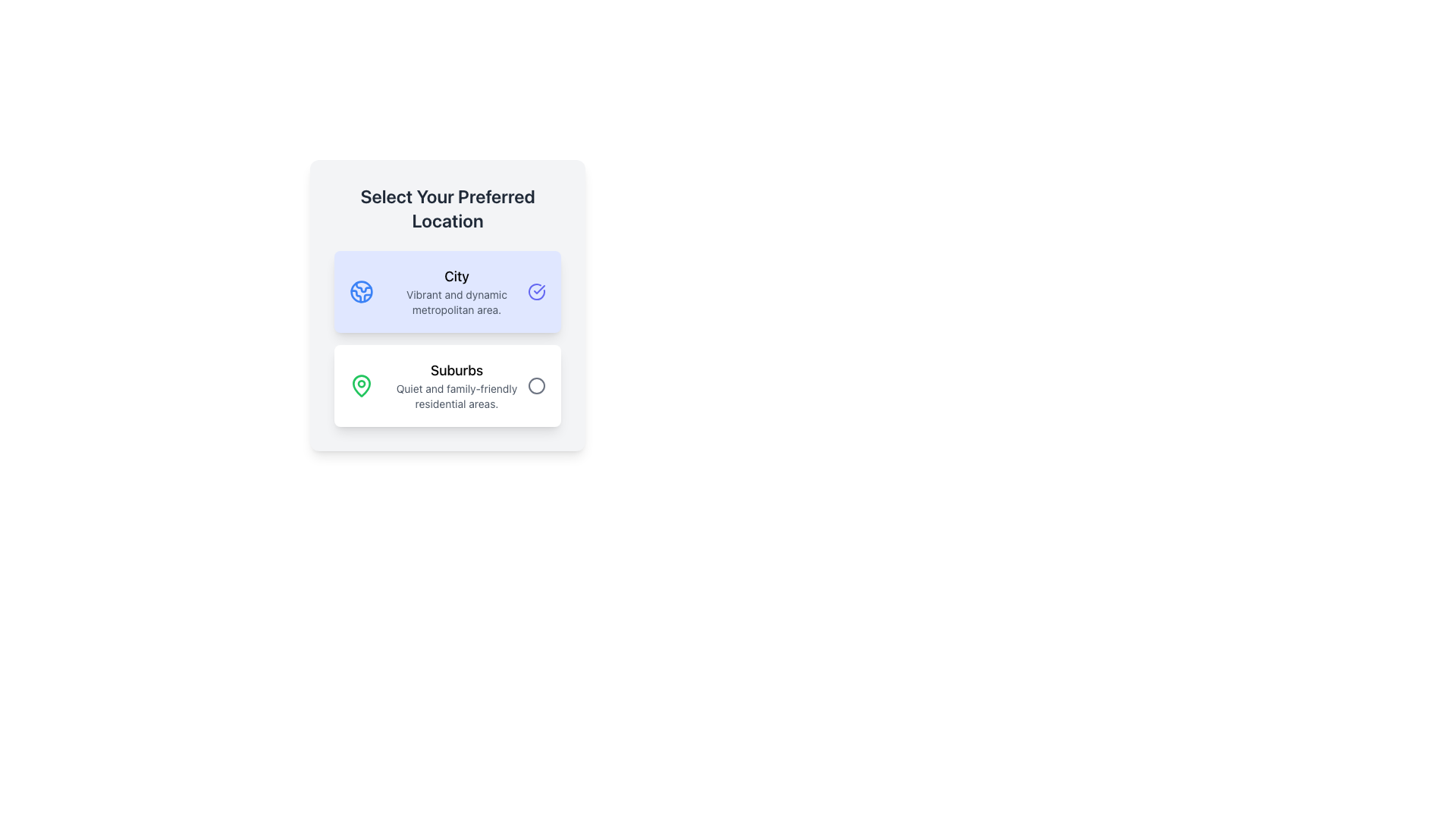 The height and width of the screenshot is (819, 1456). Describe the element at coordinates (537, 292) in the screenshot. I see `the circular indigo icon with a checkmark inside, located in the top-right corner of the 'City' selection card, next to the descriptive text 'Vibrant and dynamic metropolitan area.'` at that location.